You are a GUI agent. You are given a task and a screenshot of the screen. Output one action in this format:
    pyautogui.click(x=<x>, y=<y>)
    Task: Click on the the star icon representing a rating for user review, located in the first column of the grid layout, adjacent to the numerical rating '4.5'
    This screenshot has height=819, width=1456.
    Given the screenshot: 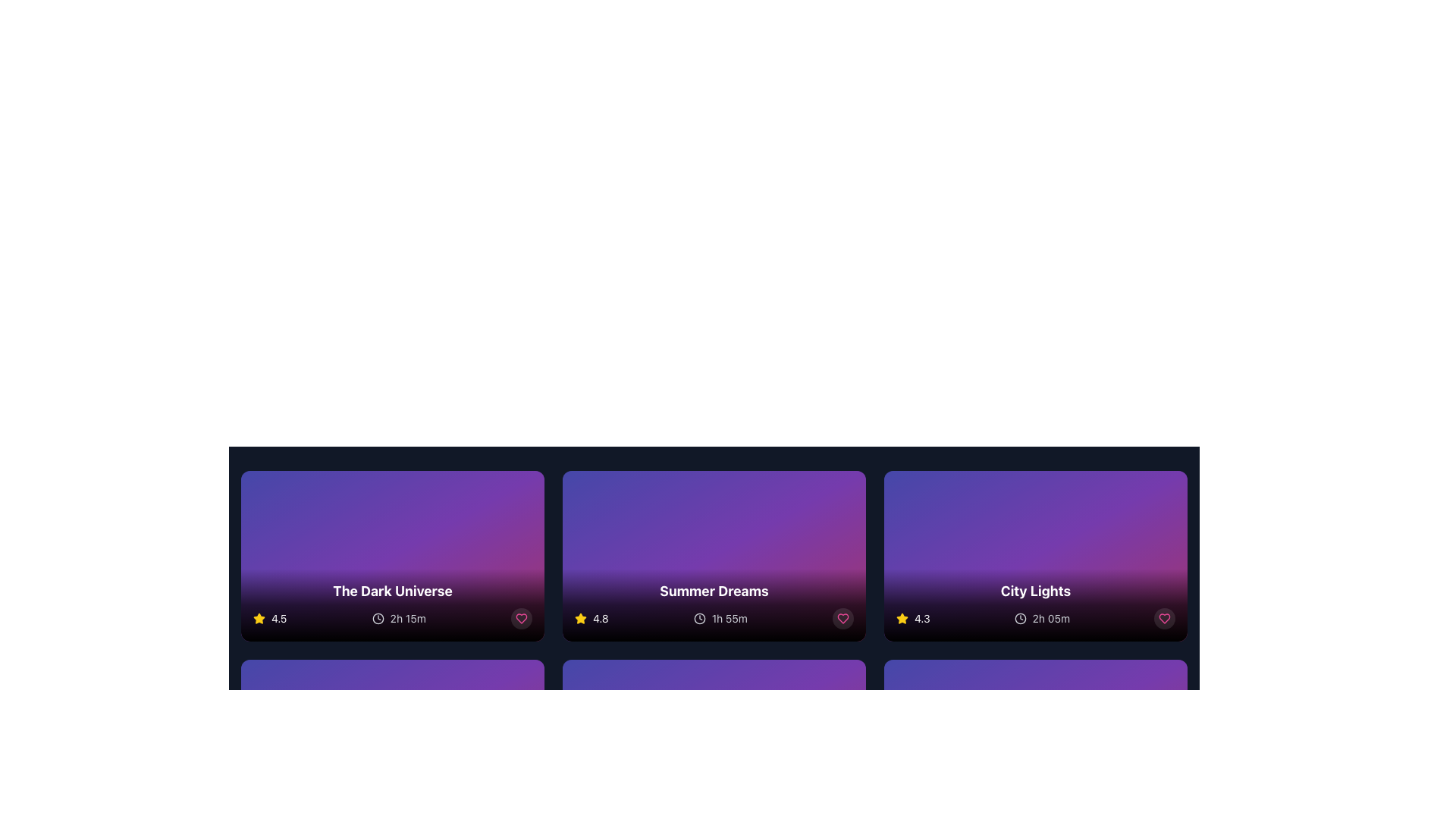 What is the action you would take?
    pyautogui.click(x=259, y=619)
    